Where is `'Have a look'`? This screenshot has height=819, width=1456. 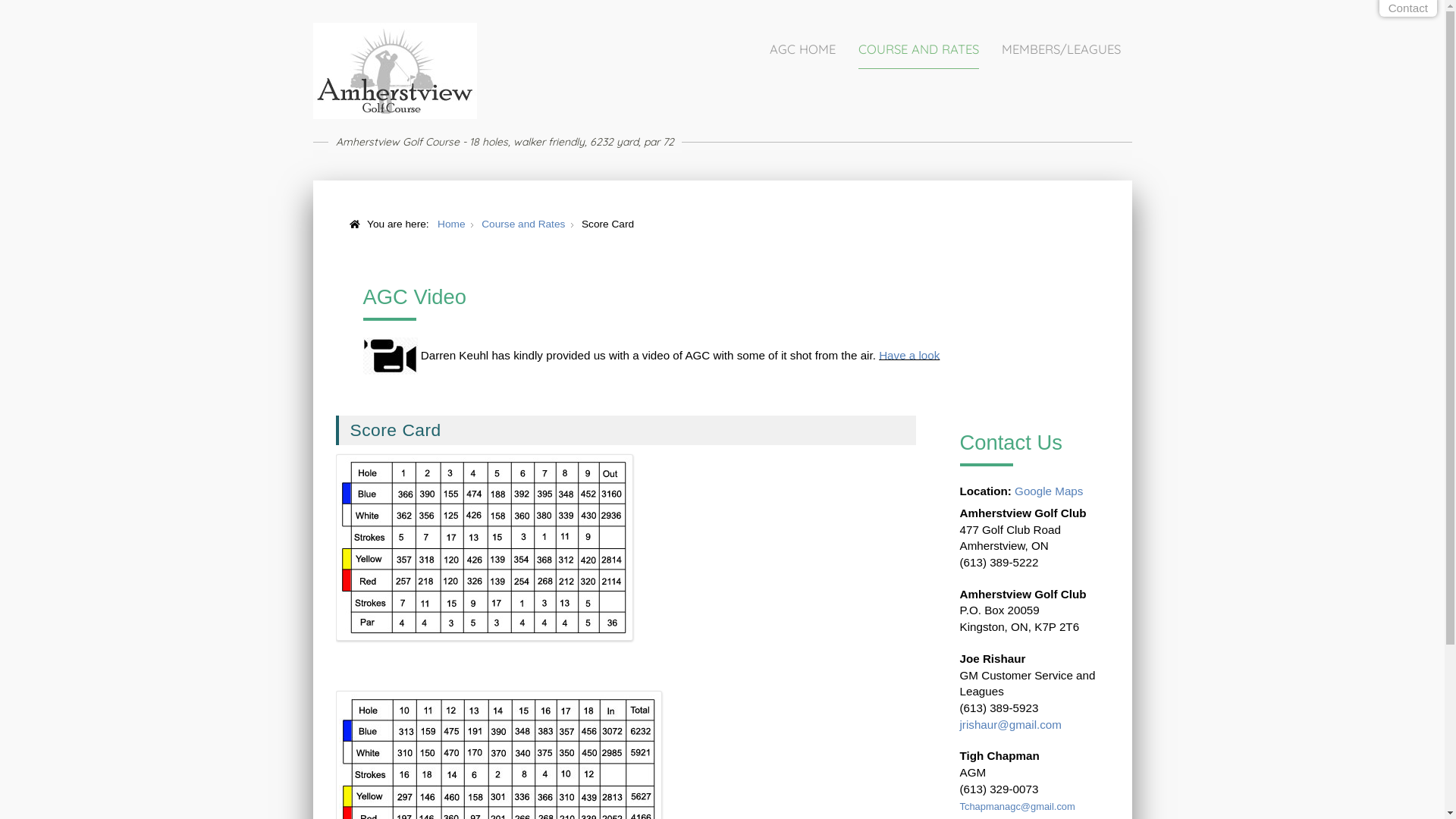 'Have a look' is located at coordinates (909, 354).